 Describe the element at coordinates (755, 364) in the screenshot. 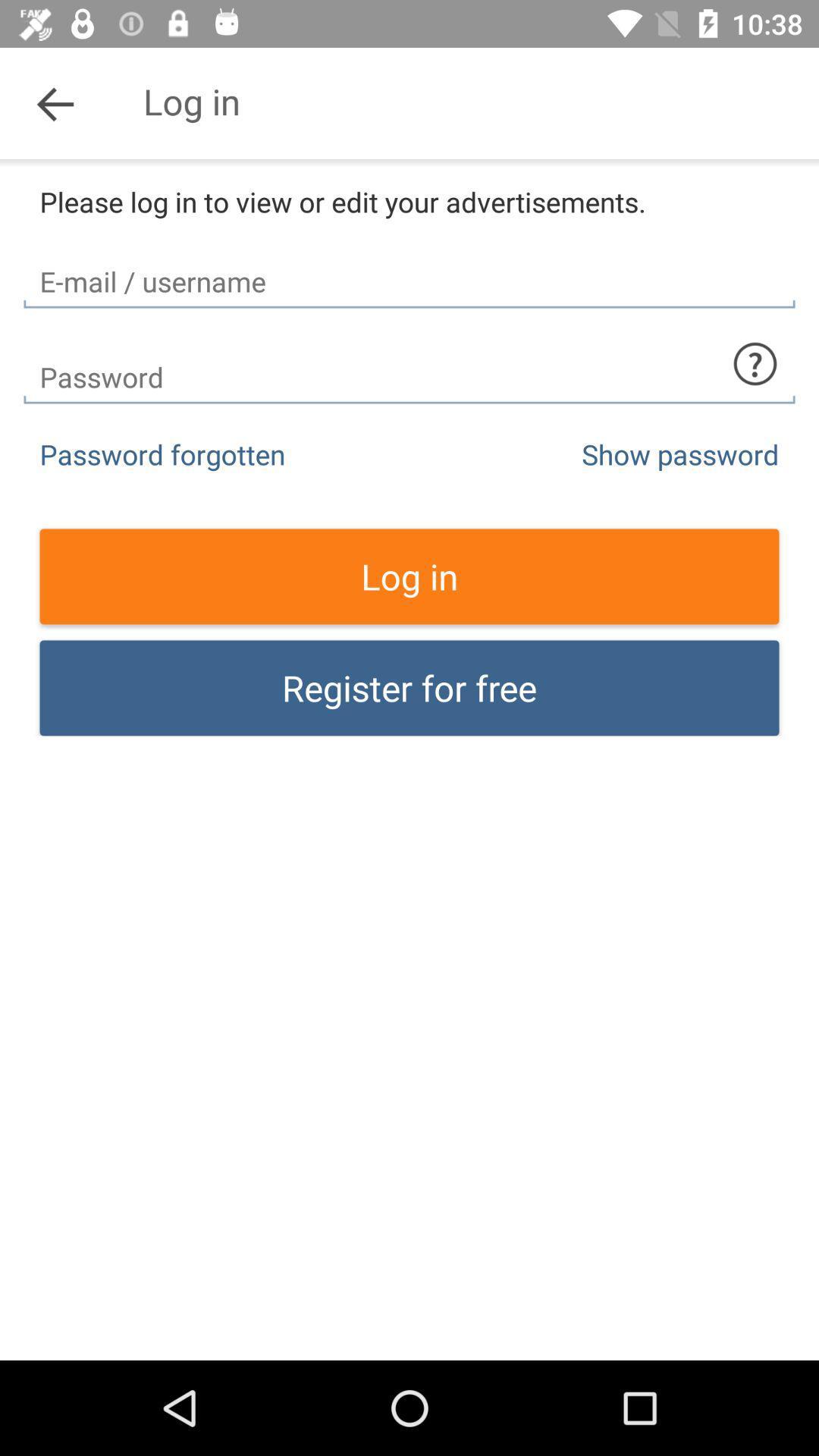

I see `the help icon` at that location.